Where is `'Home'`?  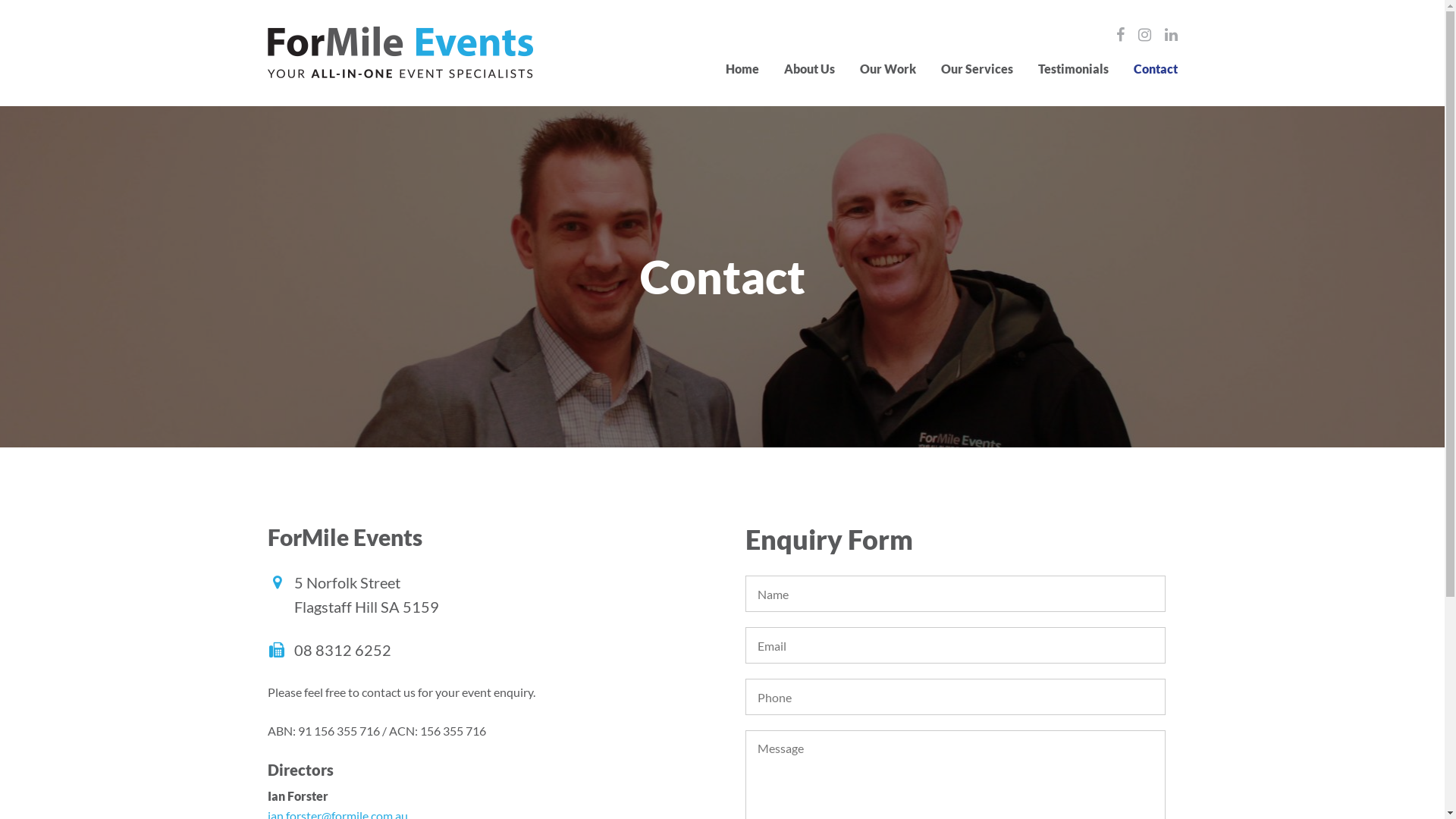
'Home' is located at coordinates (742, 68).